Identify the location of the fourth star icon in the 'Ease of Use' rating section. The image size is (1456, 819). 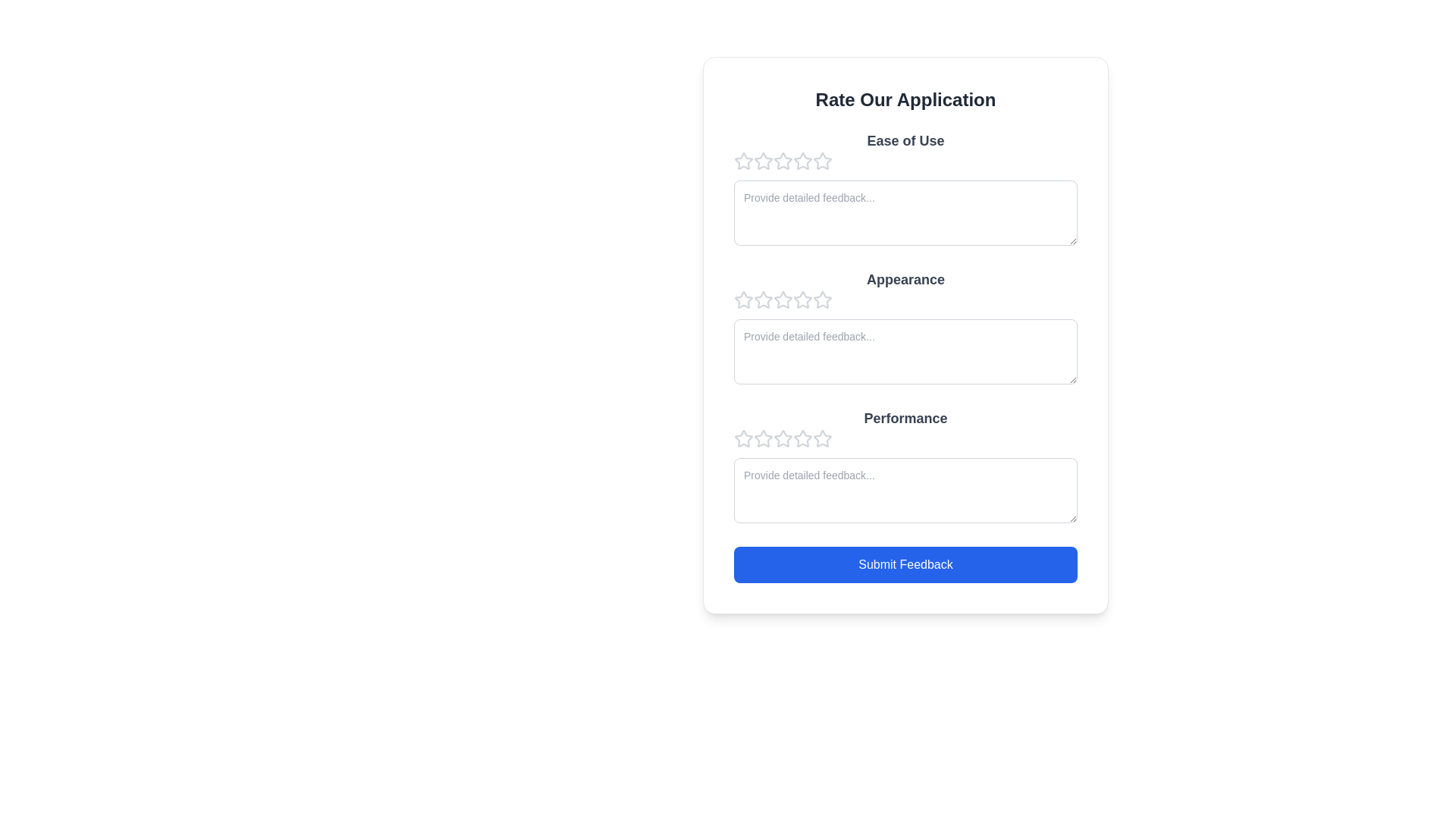
(821, 161).